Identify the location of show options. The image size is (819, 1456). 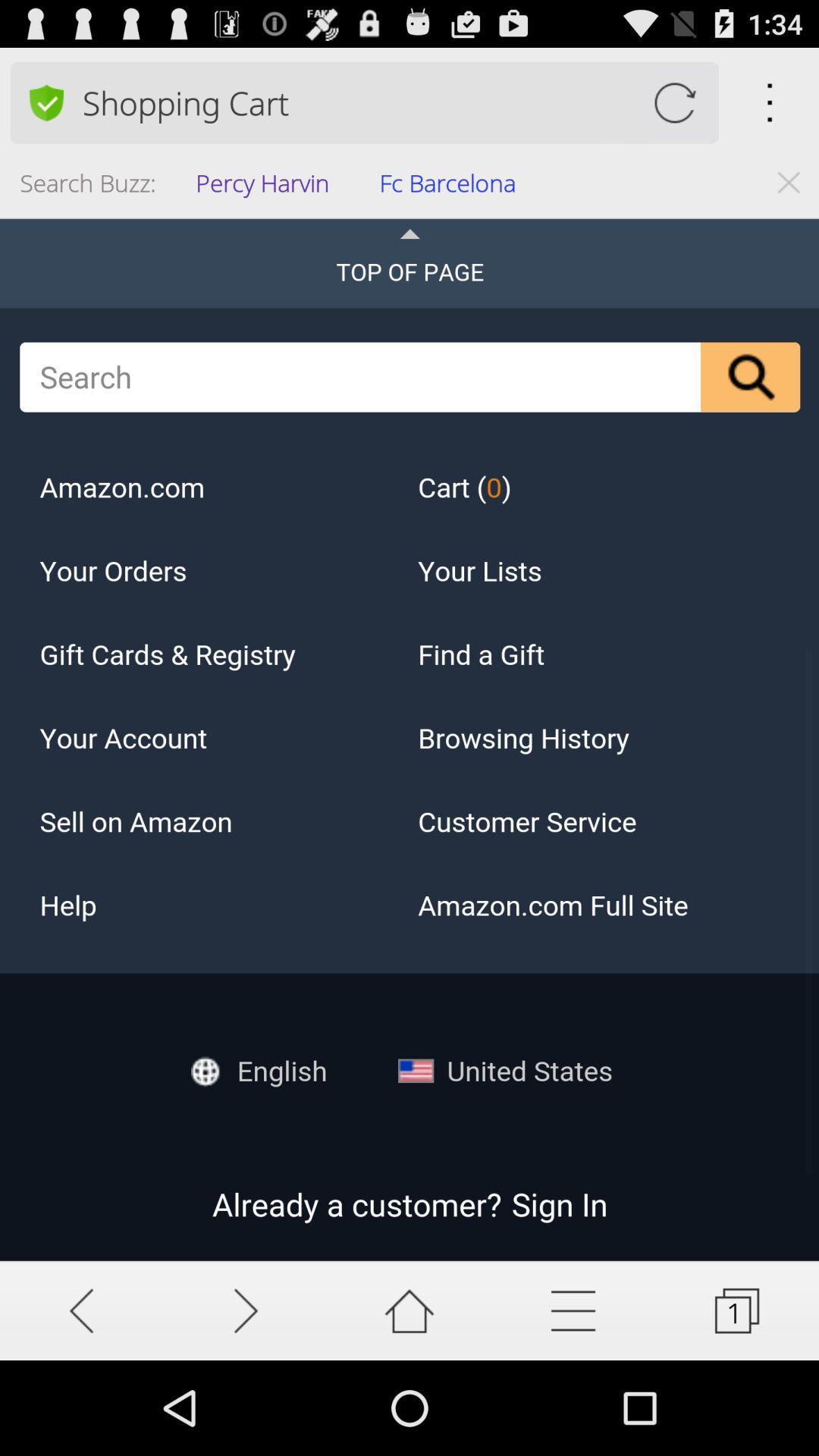
(573, 1310).